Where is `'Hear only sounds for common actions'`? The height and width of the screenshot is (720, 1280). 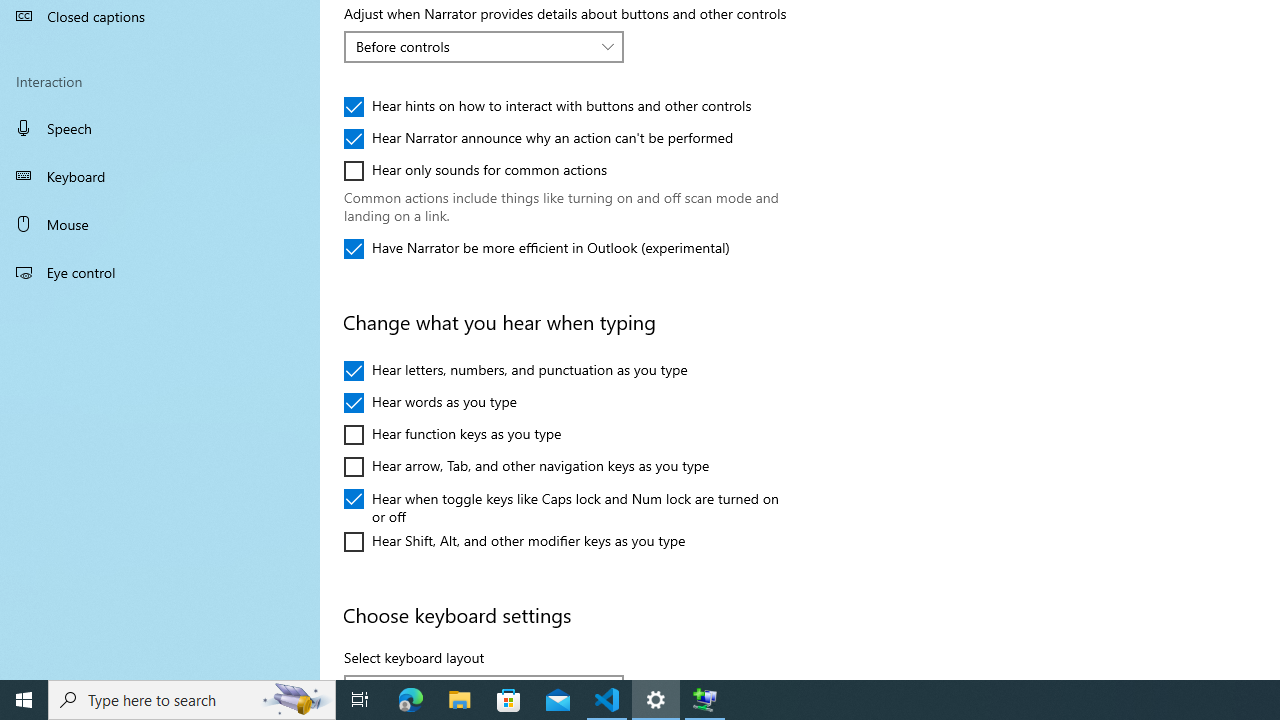 'Hear only sounds for common actions' is located at coordinates (475, 170).